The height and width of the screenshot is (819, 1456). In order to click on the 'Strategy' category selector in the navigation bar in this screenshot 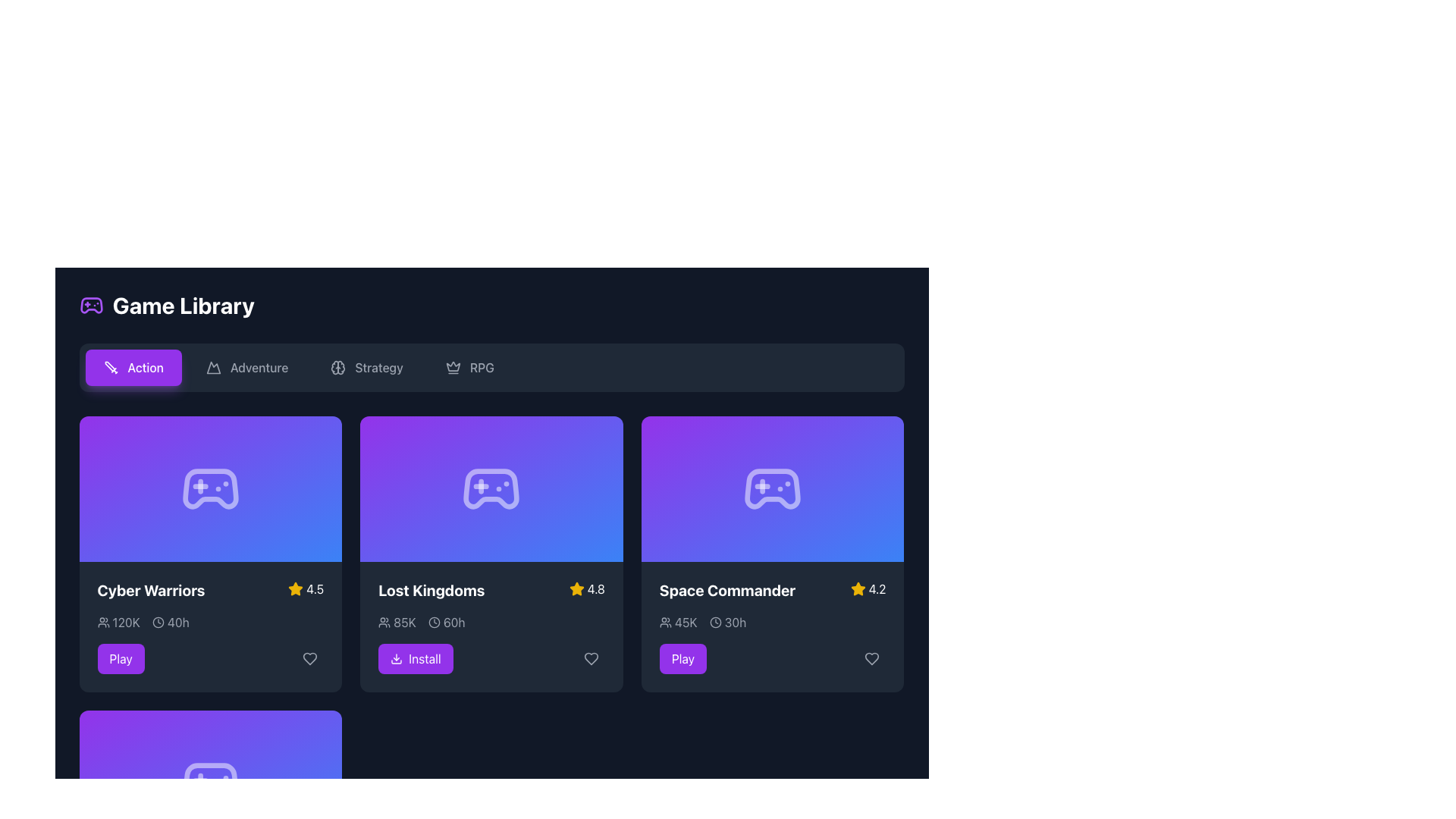, I will do `click(378, 368)`.